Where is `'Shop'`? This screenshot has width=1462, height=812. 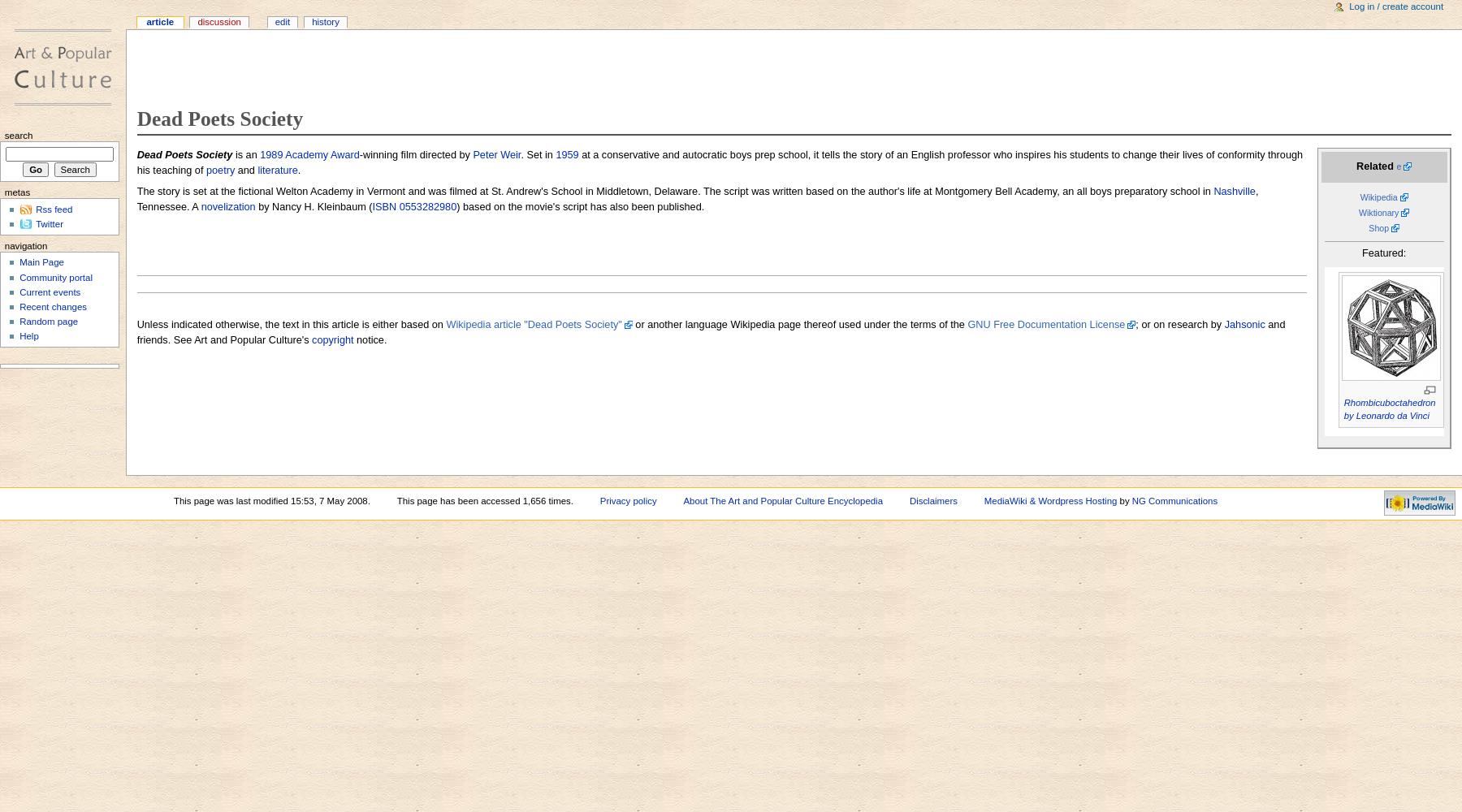 'Shop' is located at coordinates (1378, 227).